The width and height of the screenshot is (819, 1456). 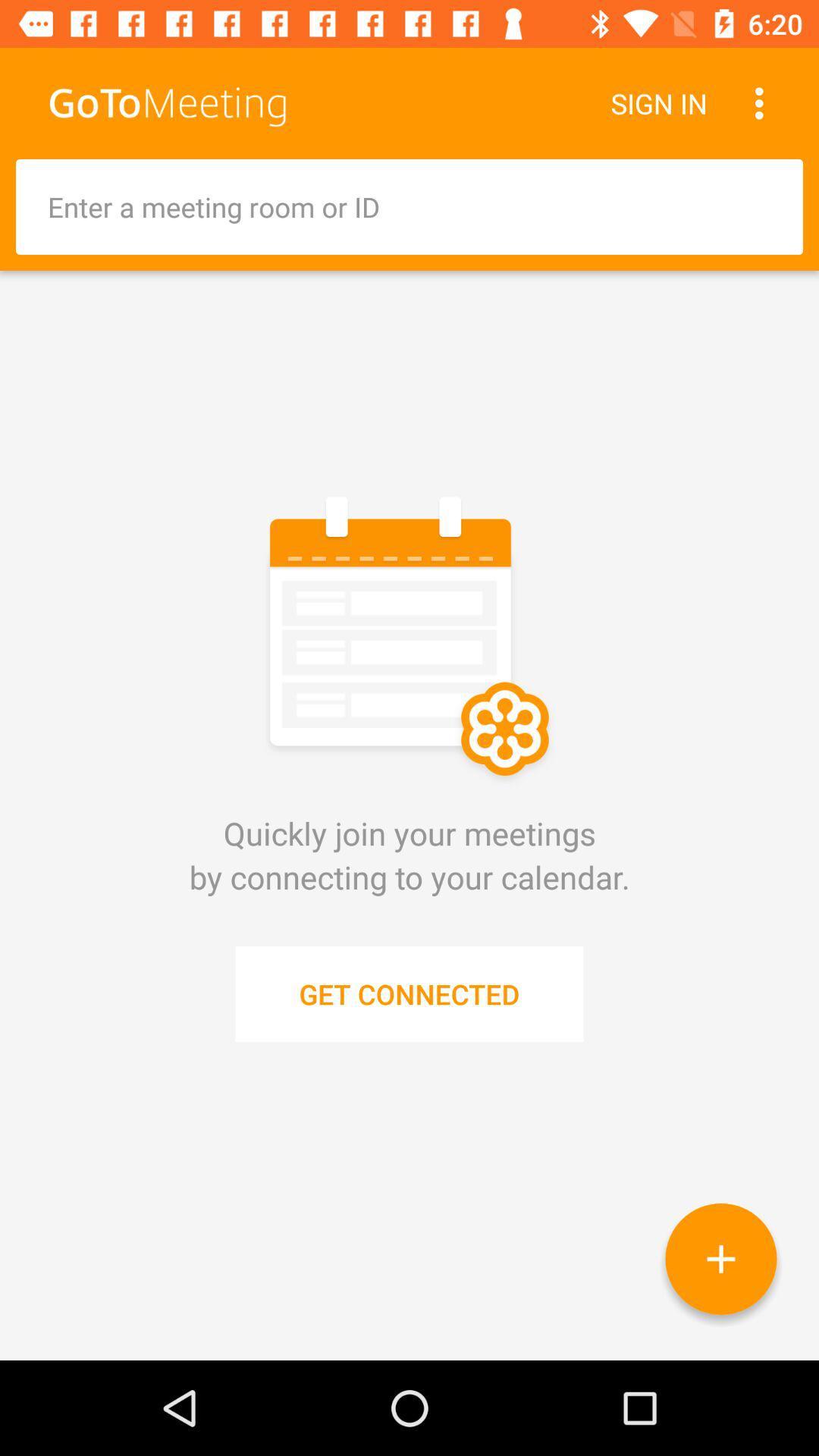 What do you see at coordinates (763, 102) in the screenshot?
I see `the item next to the sign in` at bounding box center [763, 102].